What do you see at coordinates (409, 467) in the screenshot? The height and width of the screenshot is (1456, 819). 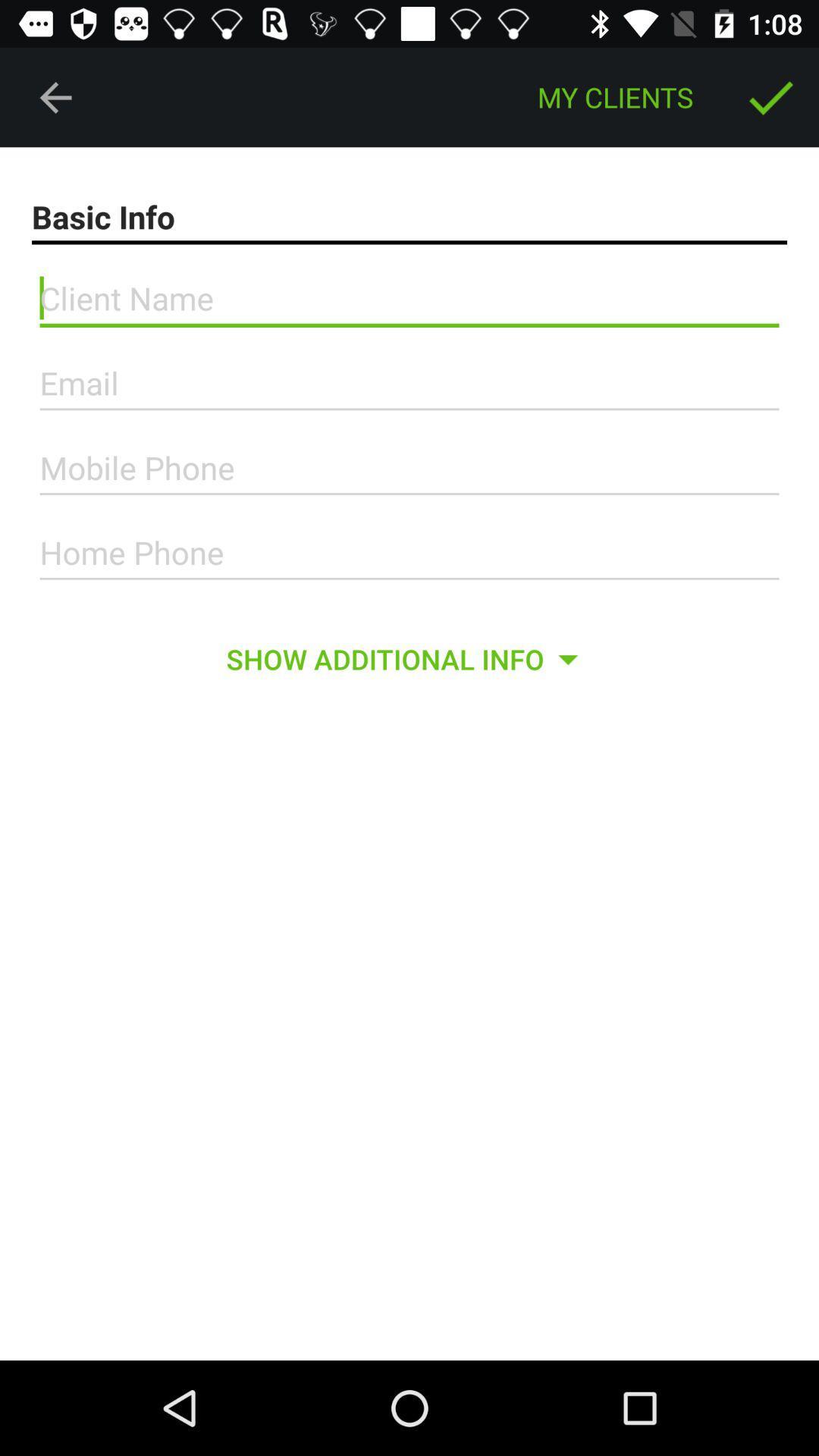 I see `mobile phone entry` at bounding box center [409, 467].